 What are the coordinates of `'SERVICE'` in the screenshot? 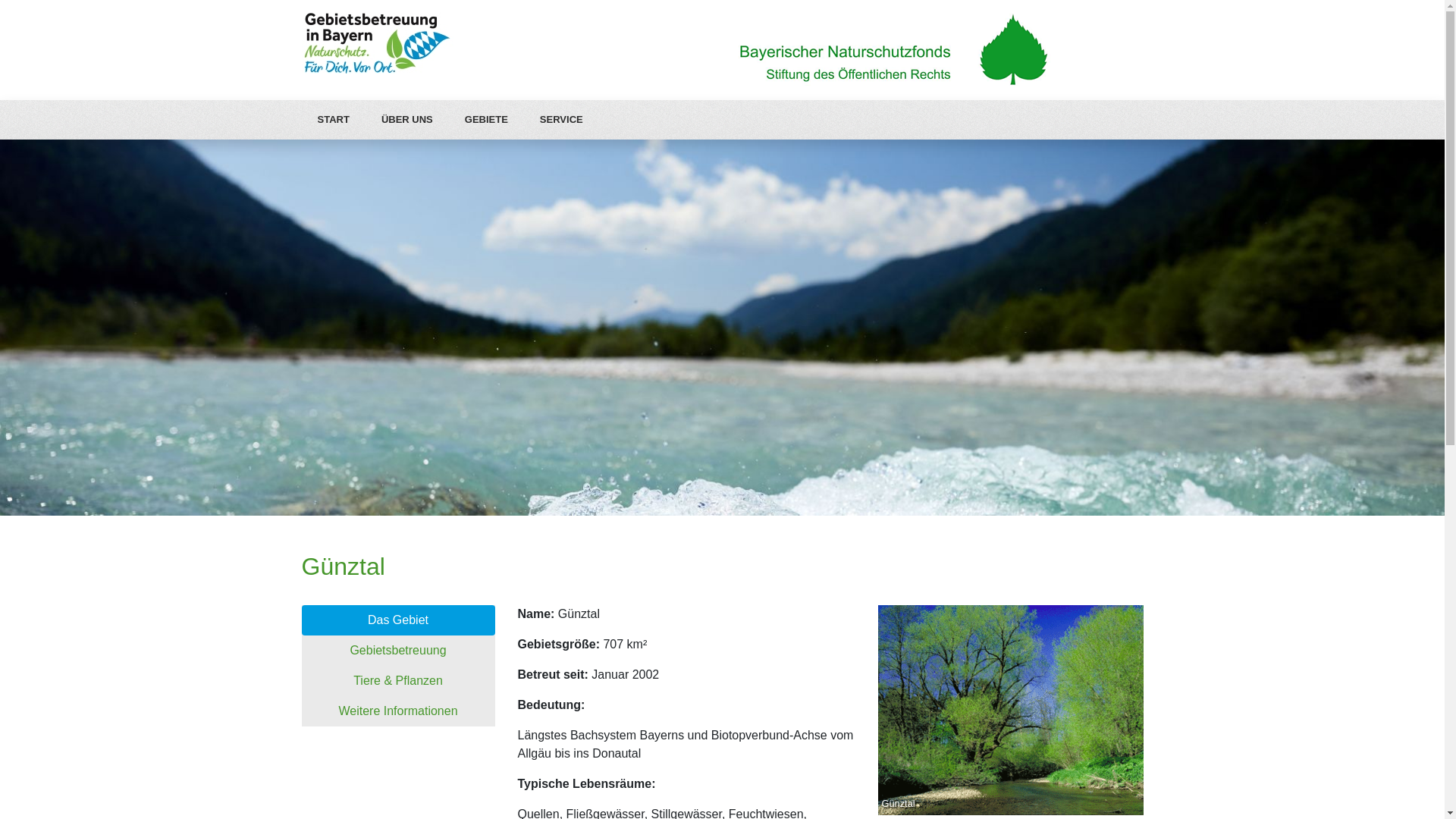 It's located at (560, 119).